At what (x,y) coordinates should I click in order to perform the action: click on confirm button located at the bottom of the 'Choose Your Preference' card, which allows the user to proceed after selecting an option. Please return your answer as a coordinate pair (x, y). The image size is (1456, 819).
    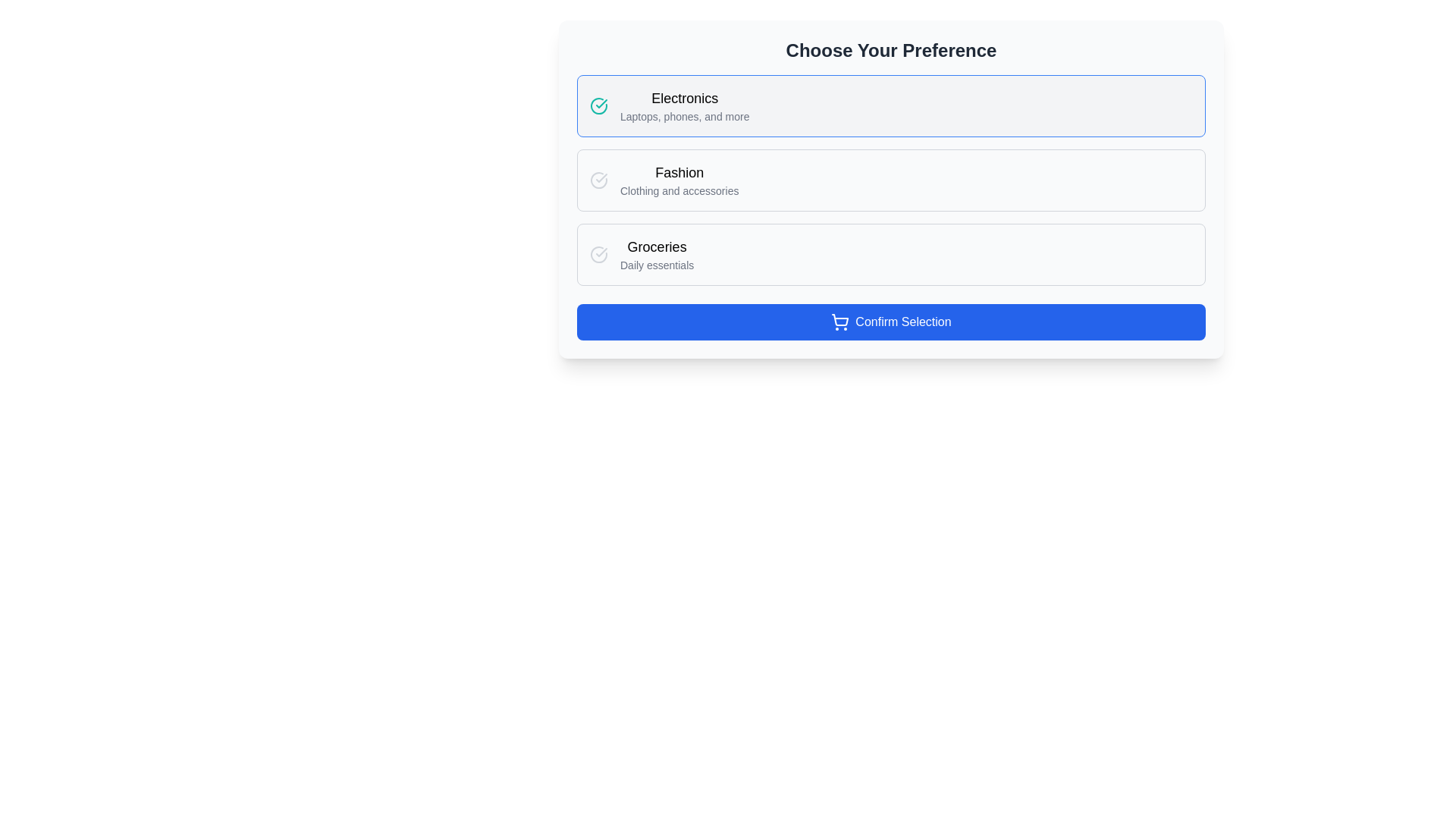
    Looking at the image, I should click on (891, 321).